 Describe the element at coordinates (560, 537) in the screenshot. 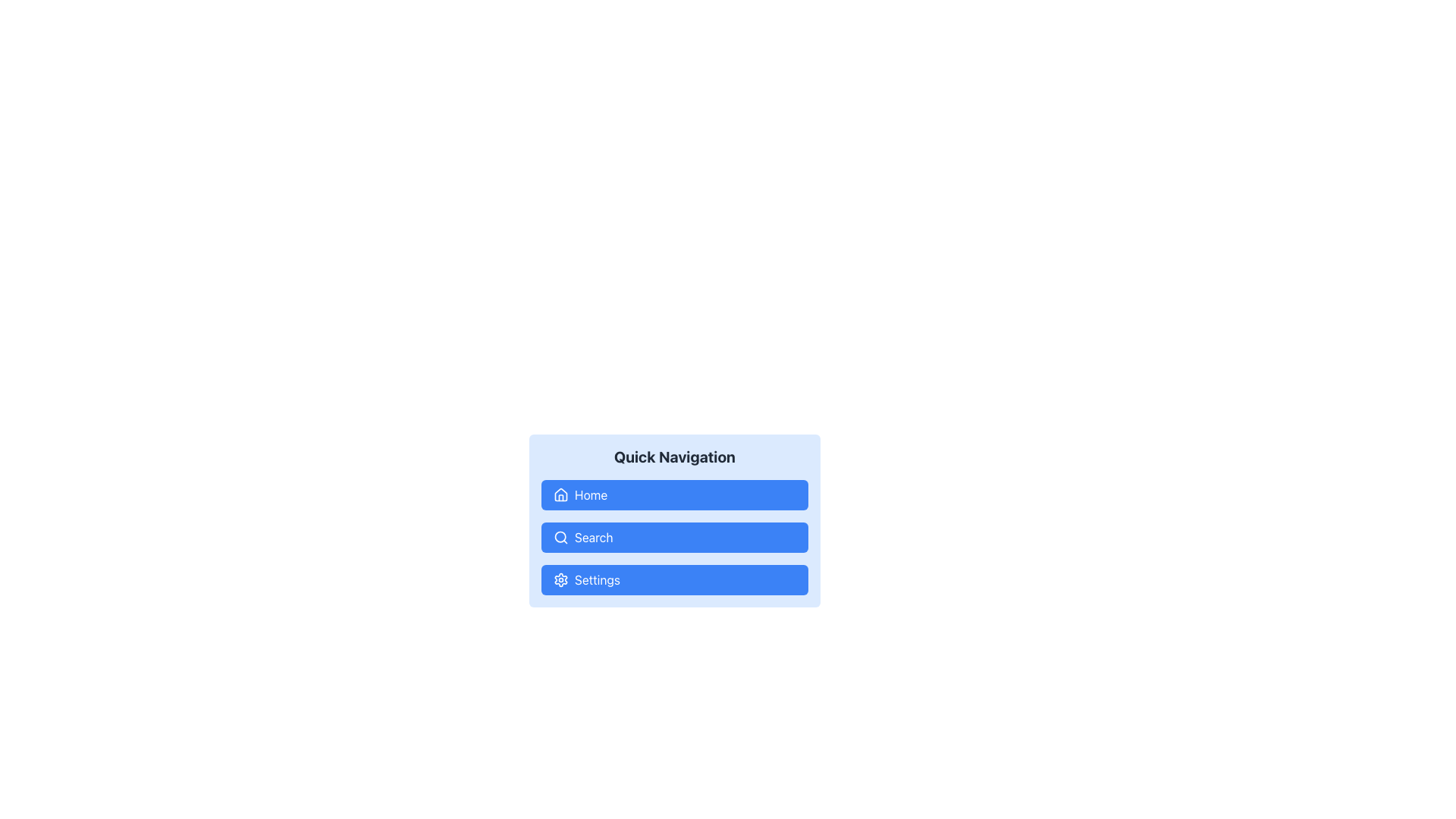

I see `the 'Search' icon located to the left of the text label 'Search' within the 'Search' button in the Quick Navigation section` at that location.